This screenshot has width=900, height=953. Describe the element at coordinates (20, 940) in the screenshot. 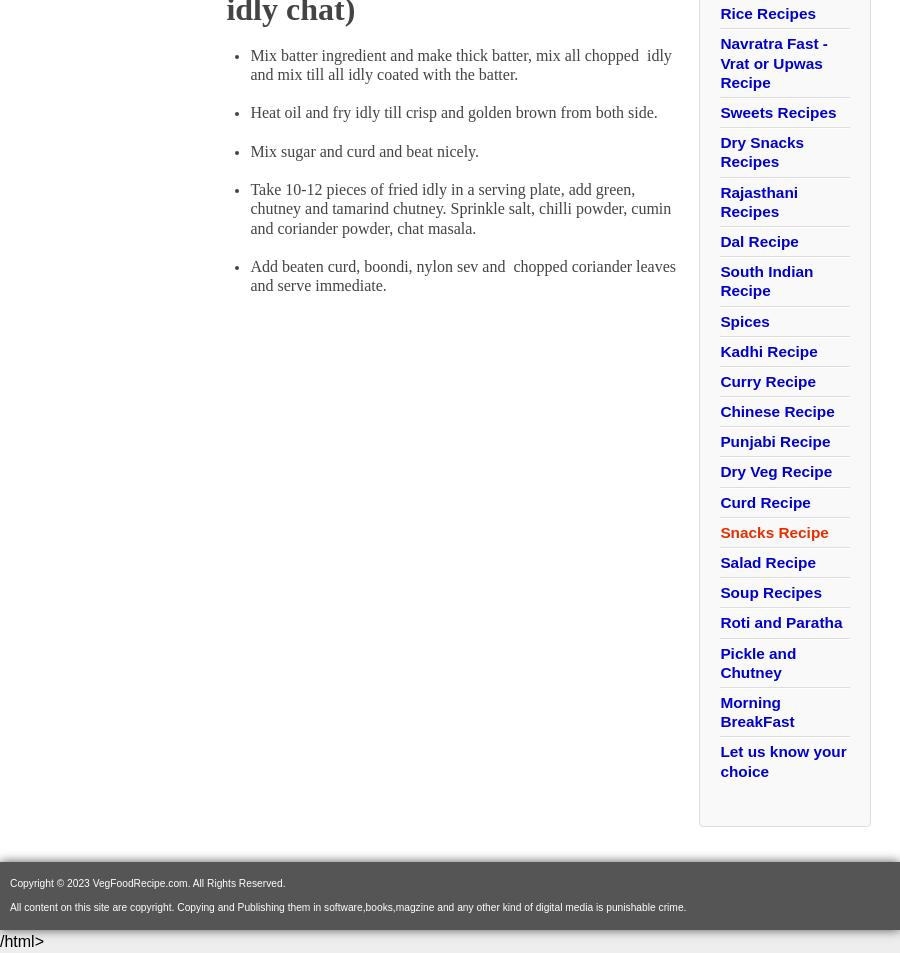

I see `'/html>'` at that location.